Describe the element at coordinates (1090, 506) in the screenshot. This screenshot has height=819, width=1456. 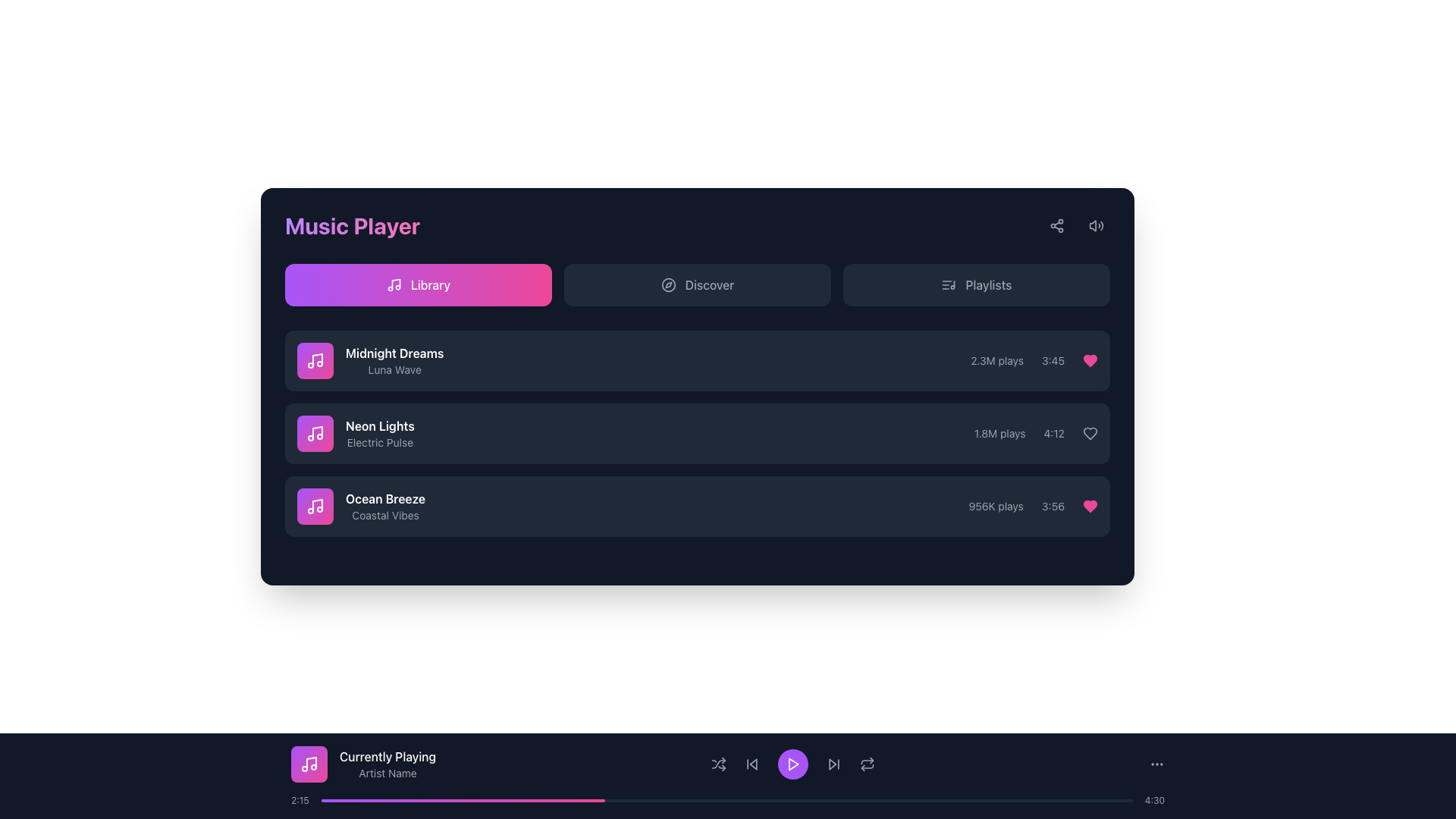
I see `the like button for the song 'Ocean Breeze', located in the third row of the music list table` at that location.